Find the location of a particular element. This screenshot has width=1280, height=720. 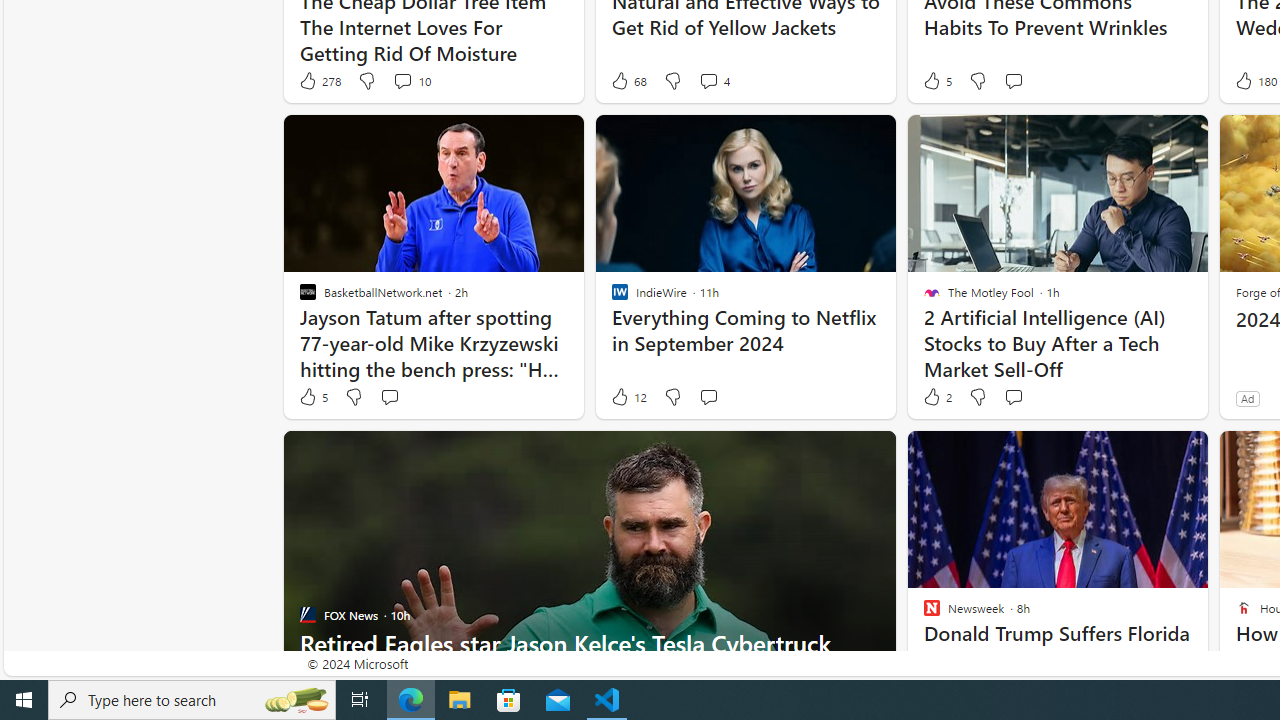

'View comments 10 Comment' is located at coordinates (410, 80).